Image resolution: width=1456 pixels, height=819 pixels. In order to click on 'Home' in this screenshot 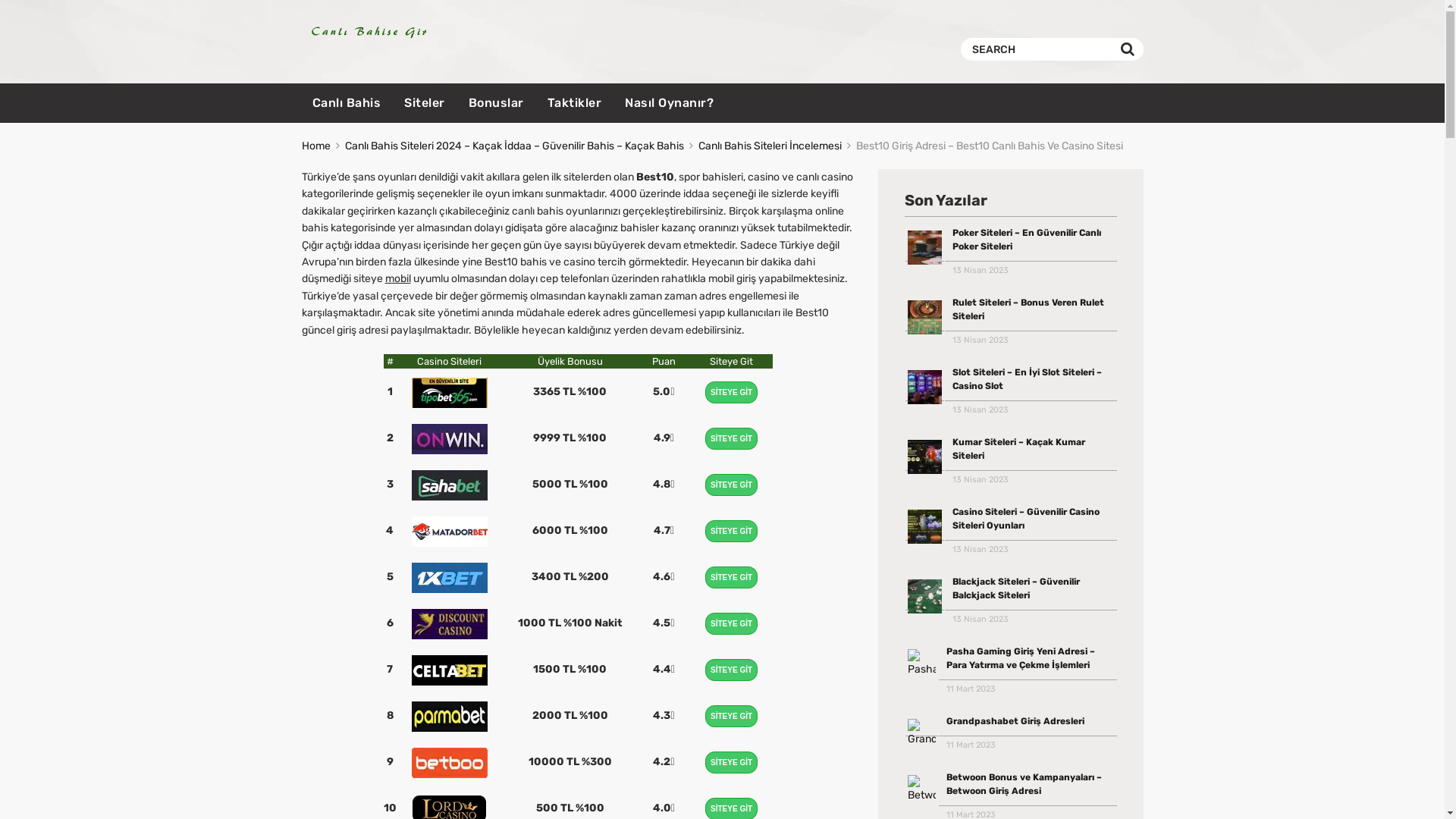, I will do `click(302, 146)`.